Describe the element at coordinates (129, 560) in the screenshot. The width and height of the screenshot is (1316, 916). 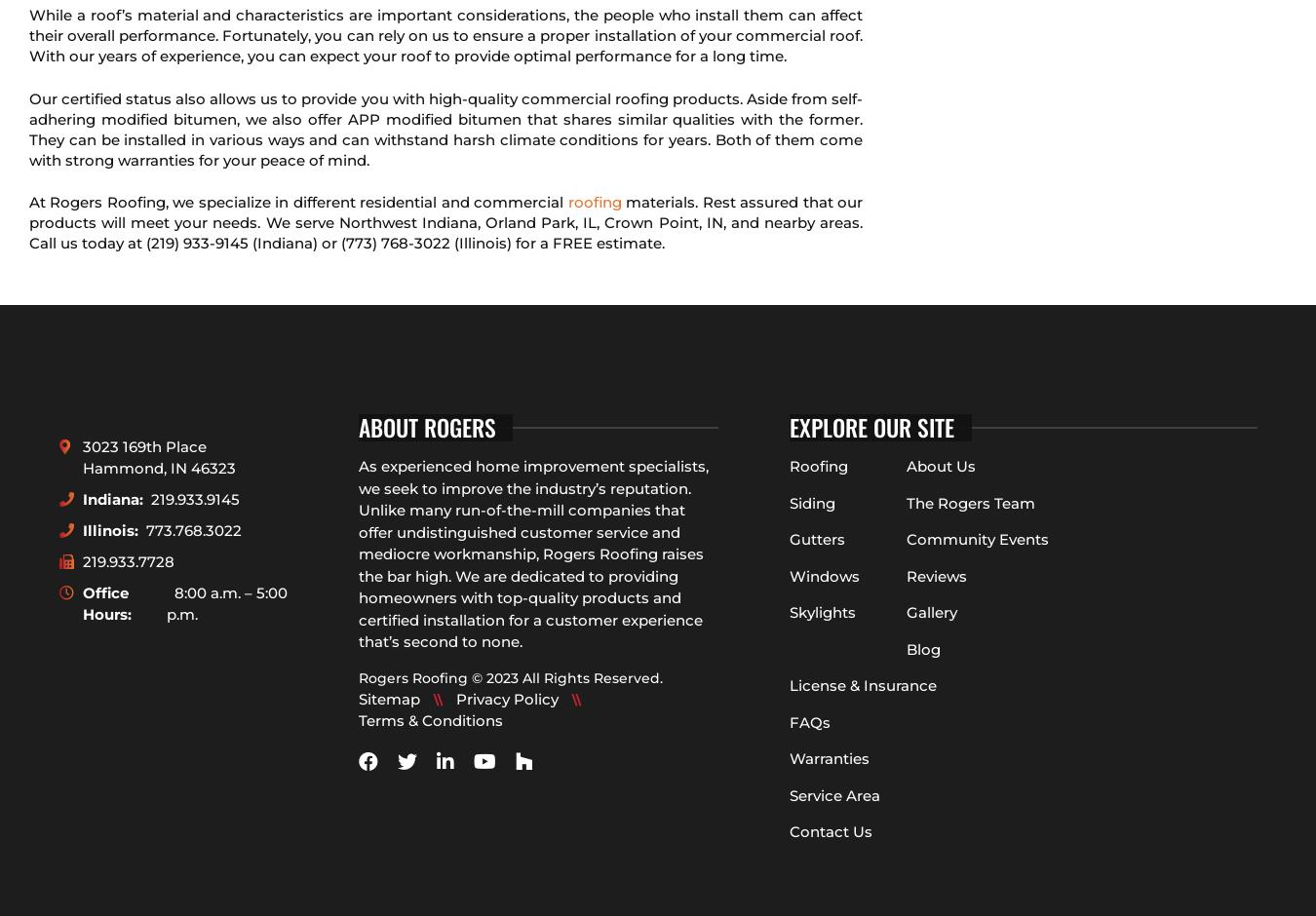
I see `'219.933.7728'` at that location.